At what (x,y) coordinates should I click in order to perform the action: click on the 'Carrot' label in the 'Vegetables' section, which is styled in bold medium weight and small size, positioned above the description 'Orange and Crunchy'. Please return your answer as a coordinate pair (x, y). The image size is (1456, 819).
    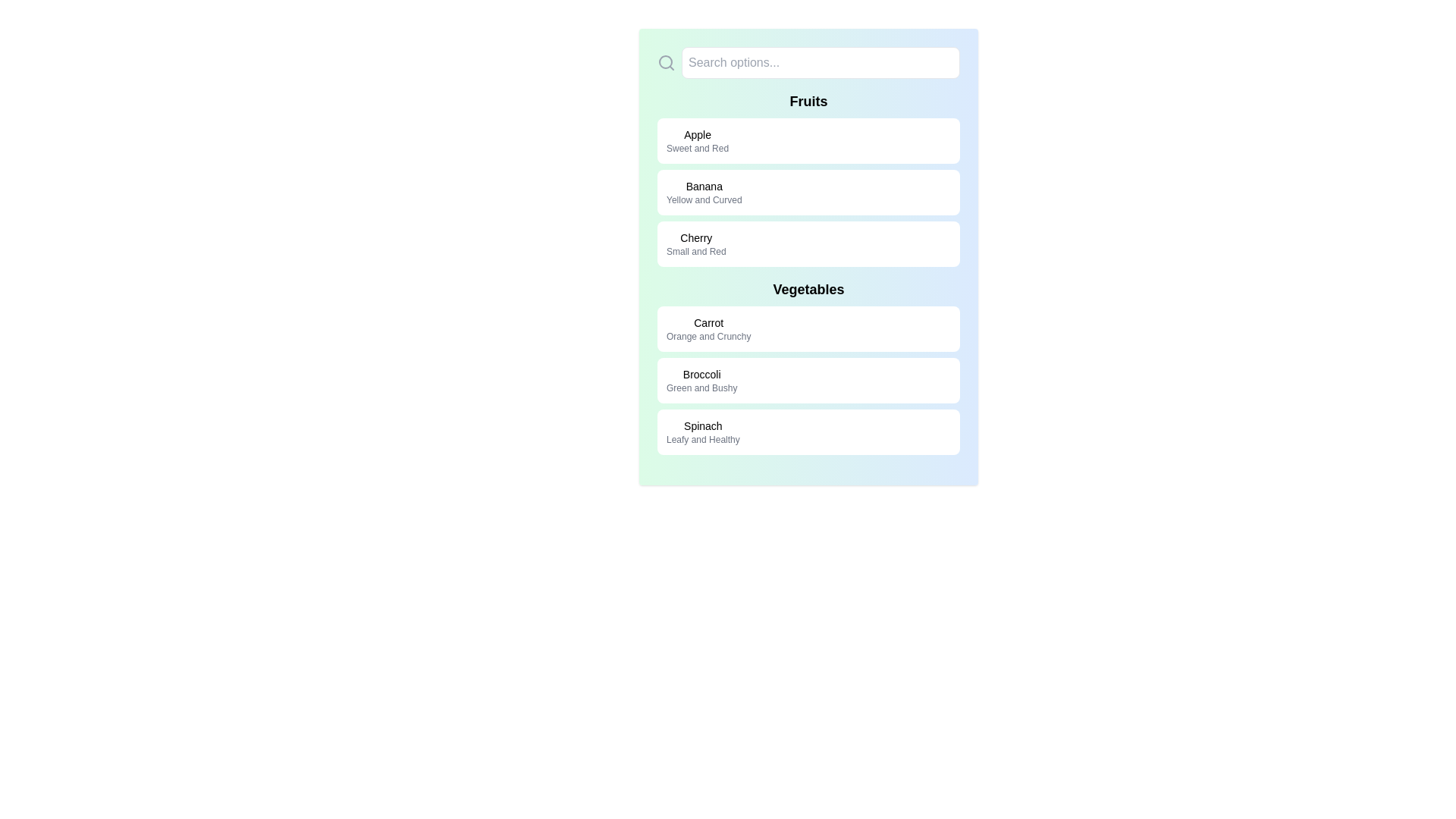
    Looking at the image, I should click on (708, 322).